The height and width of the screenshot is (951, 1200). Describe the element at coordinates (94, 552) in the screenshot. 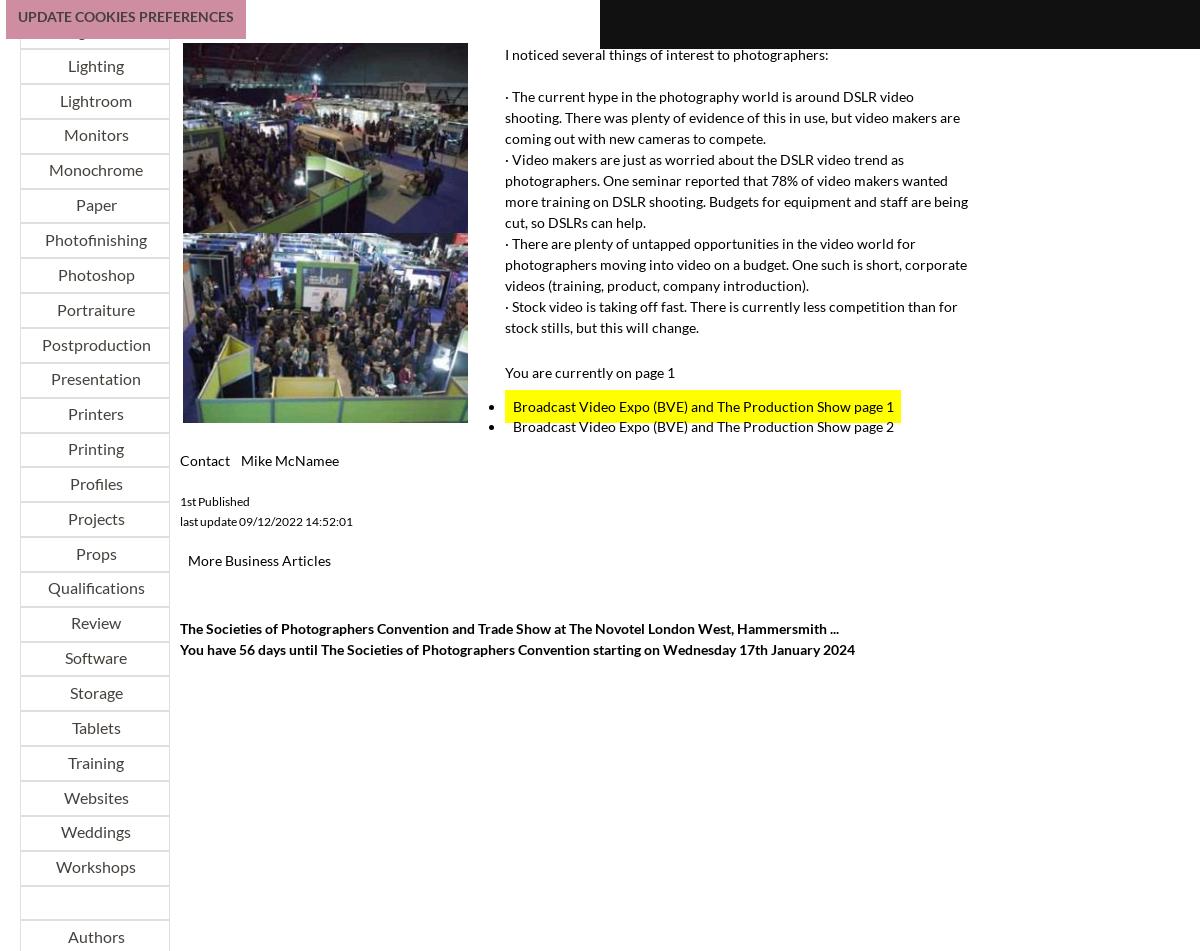

I see `'Props'` at that location.